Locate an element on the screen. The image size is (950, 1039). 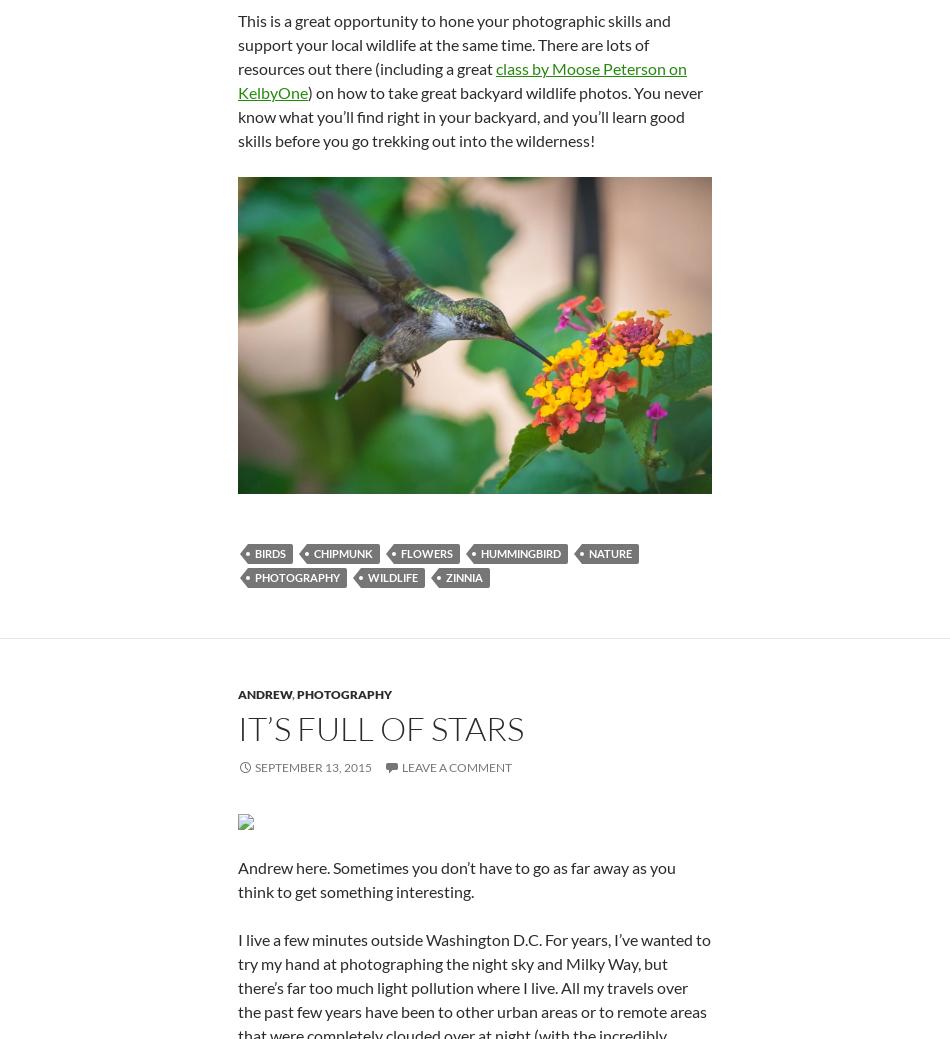
'hummingbird' is located at coordinates (520, 552).